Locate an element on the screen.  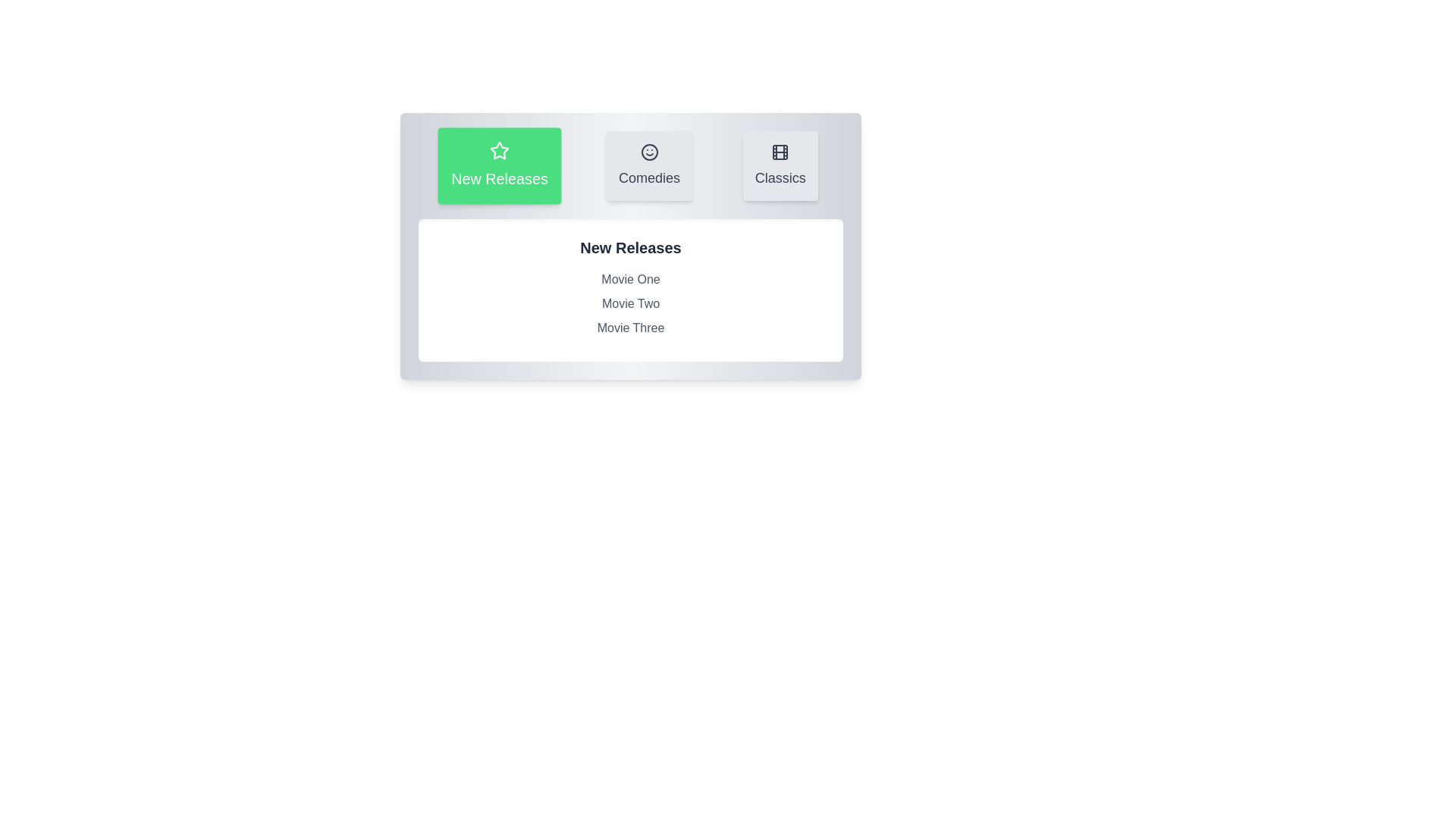
the tab labeled Comedies is located at coordinates (649, 166).